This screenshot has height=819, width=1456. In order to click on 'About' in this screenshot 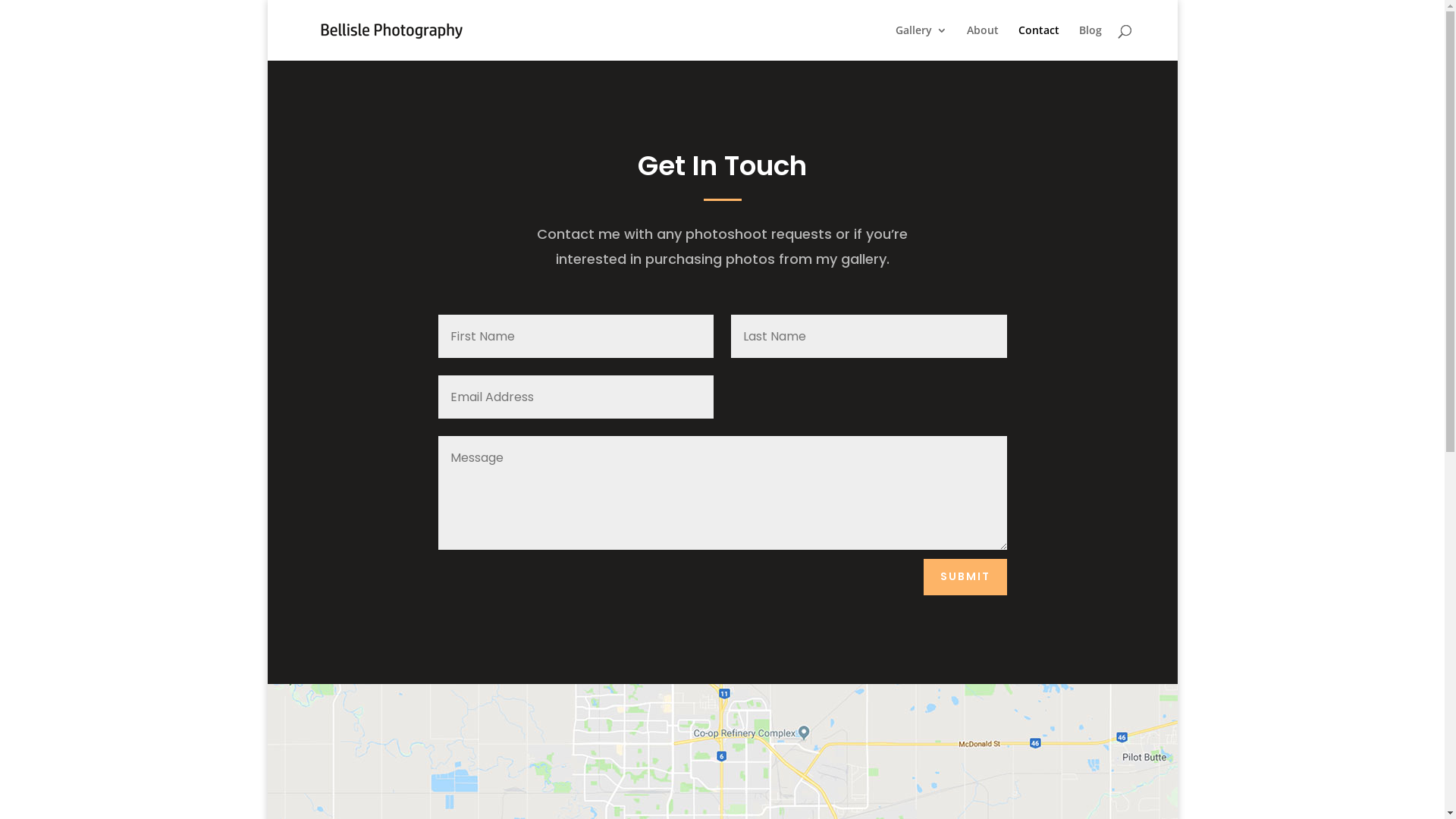, I will do `click(982, 42)`.